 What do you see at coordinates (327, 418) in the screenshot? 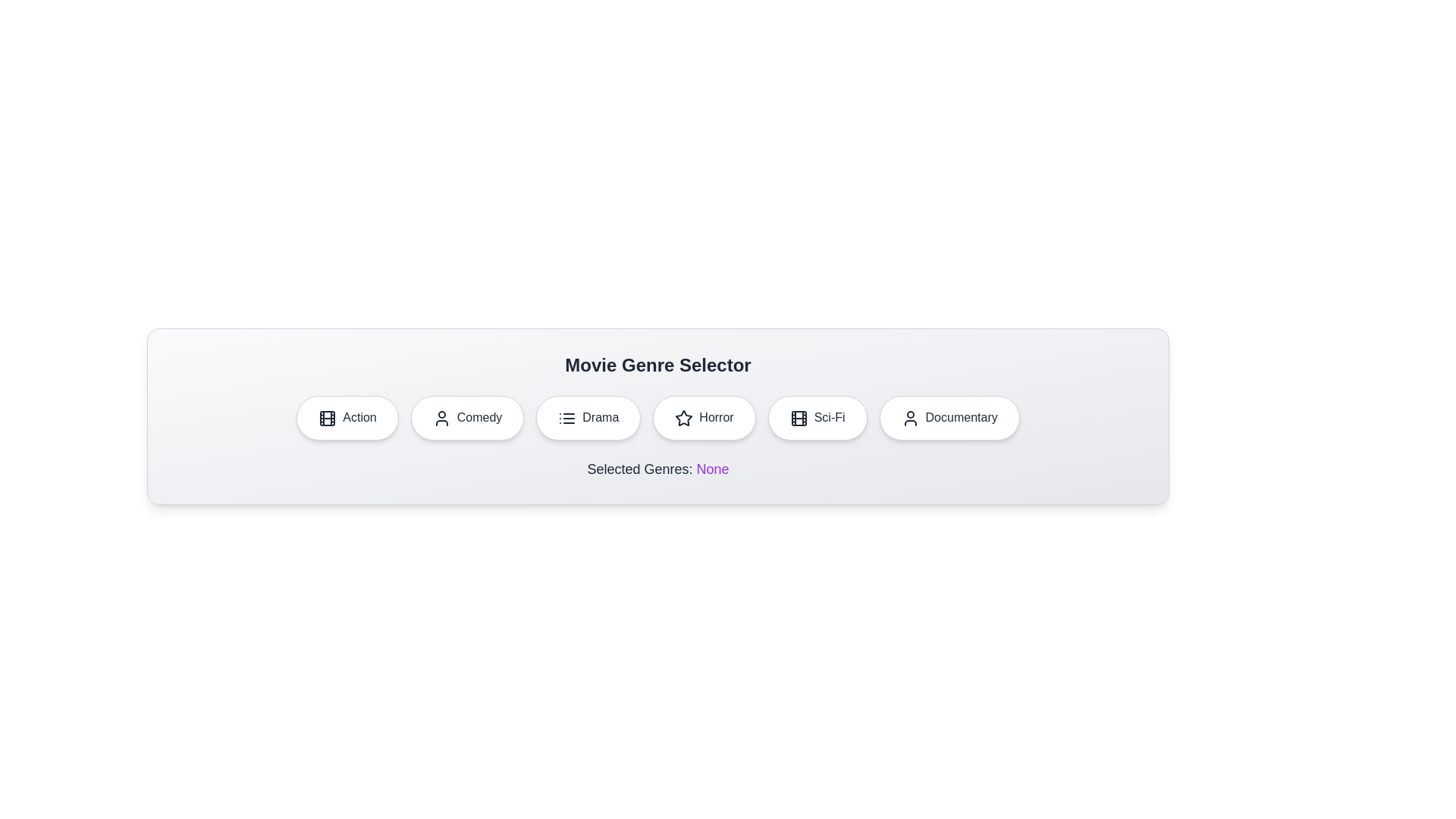
I see `the film reel icon located on the leftmost side of its group, adjacent to the text label 'Action', at the top-left corner of the button cluster` at bounding box center [327, 418].